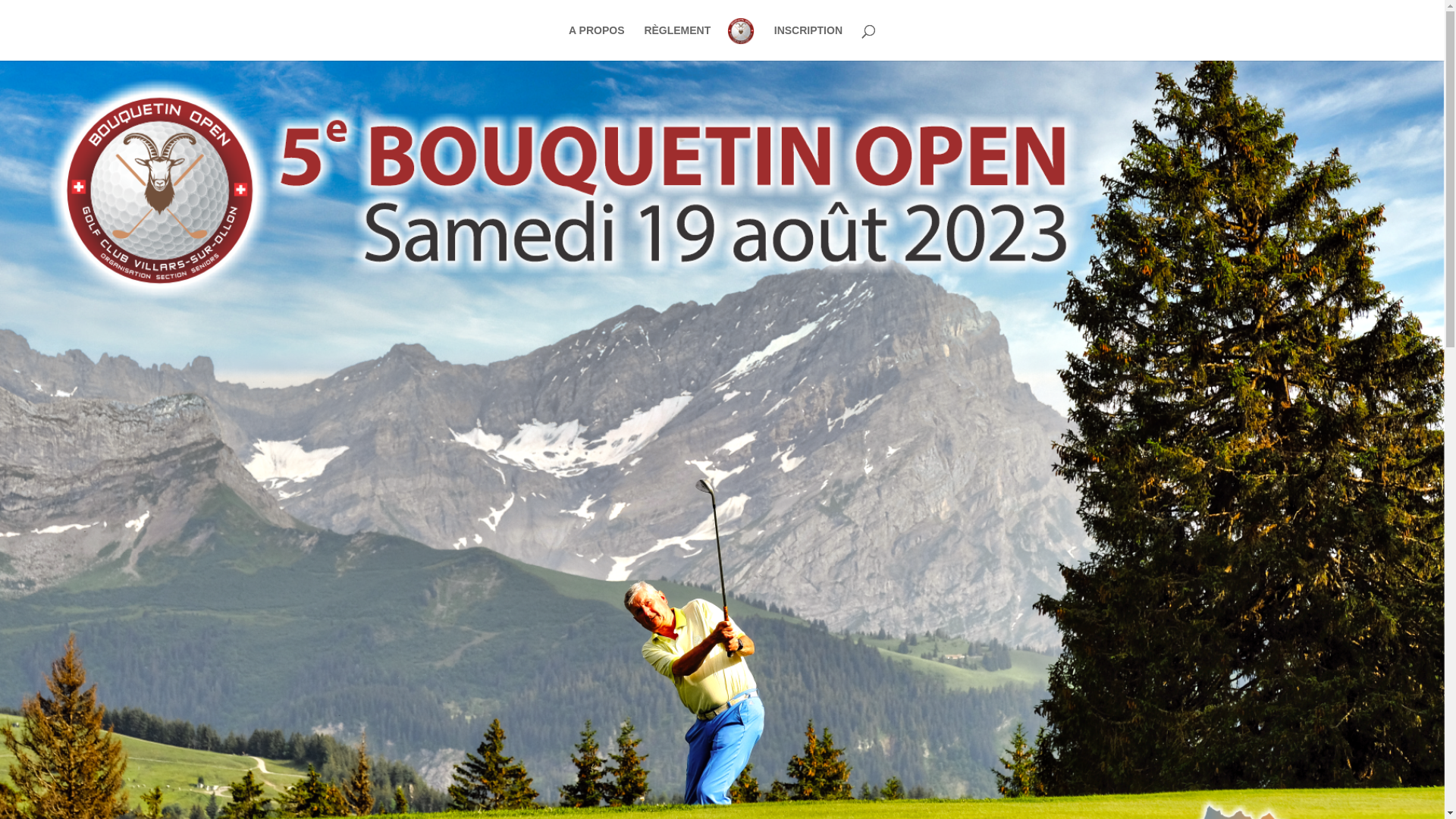 This screenshot has height=819, width=1456. Describe the element at coordinates (774, 42) in the screenshot. I see `'INSCRIPTION'` at that location.